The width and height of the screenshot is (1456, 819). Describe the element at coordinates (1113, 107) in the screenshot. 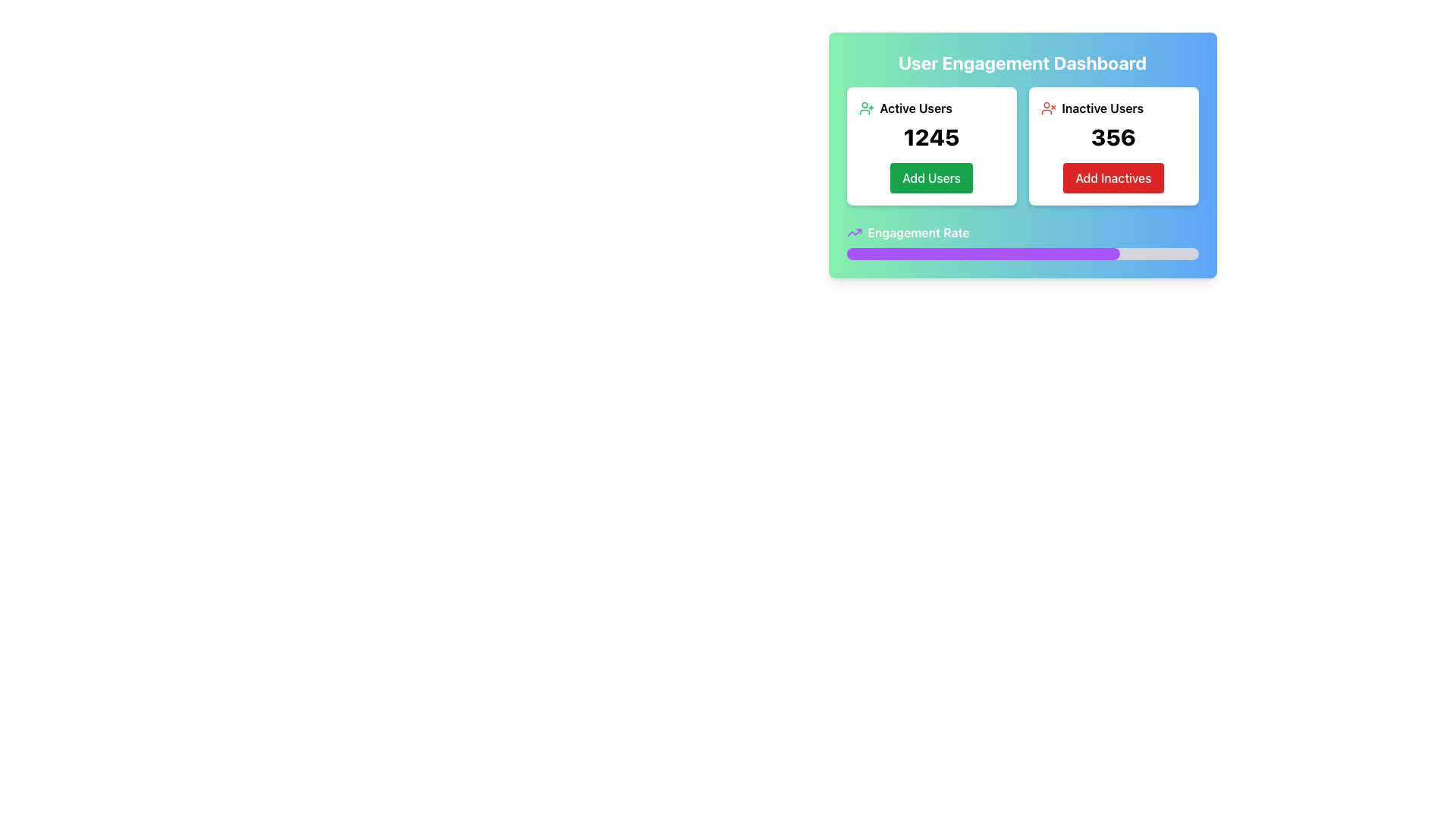

I see `the 'Inactive Users' text label with accompanying icon located at the top-center of the section, above the numerical value '356' and the 'Add Inactives' button` at that location.